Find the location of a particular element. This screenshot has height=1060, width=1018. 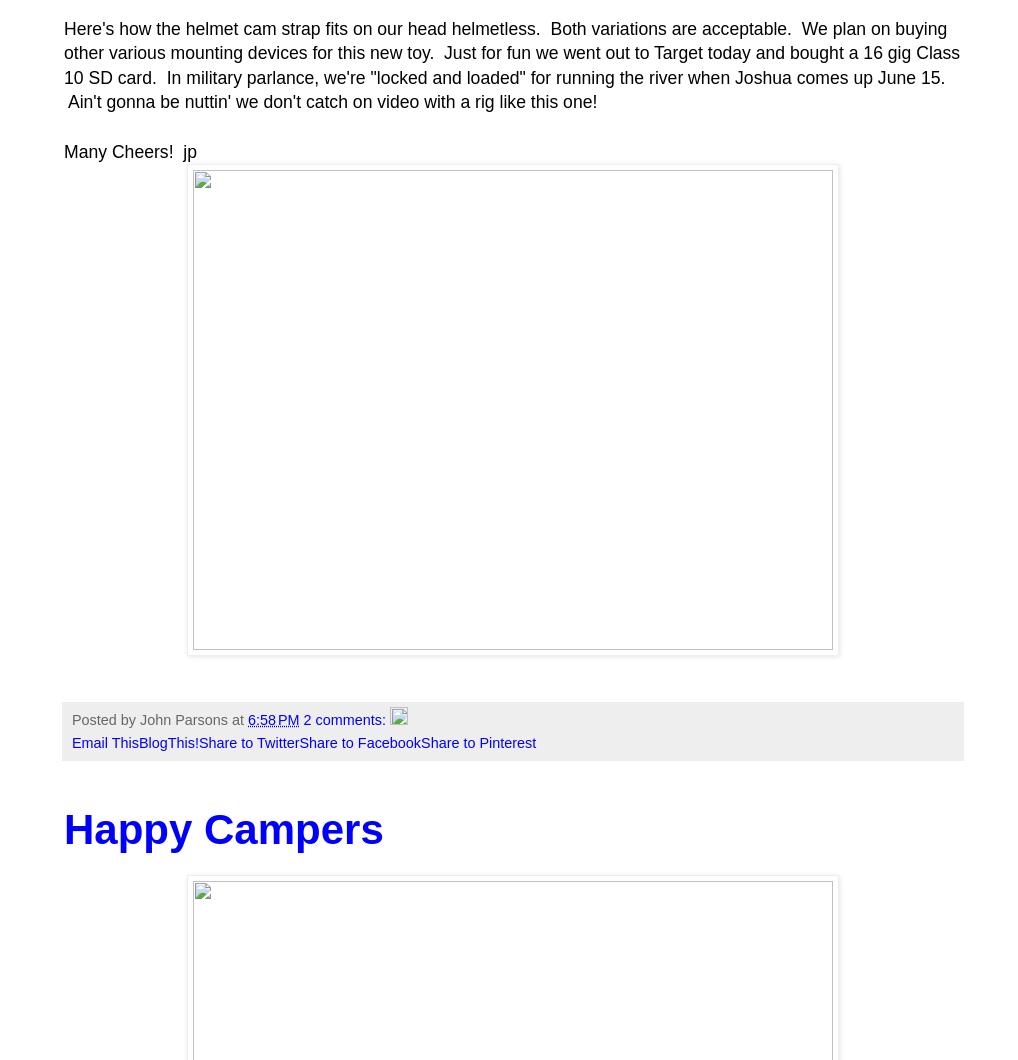

'Many Cheers!  jp' is located at coordinates (128, 150).